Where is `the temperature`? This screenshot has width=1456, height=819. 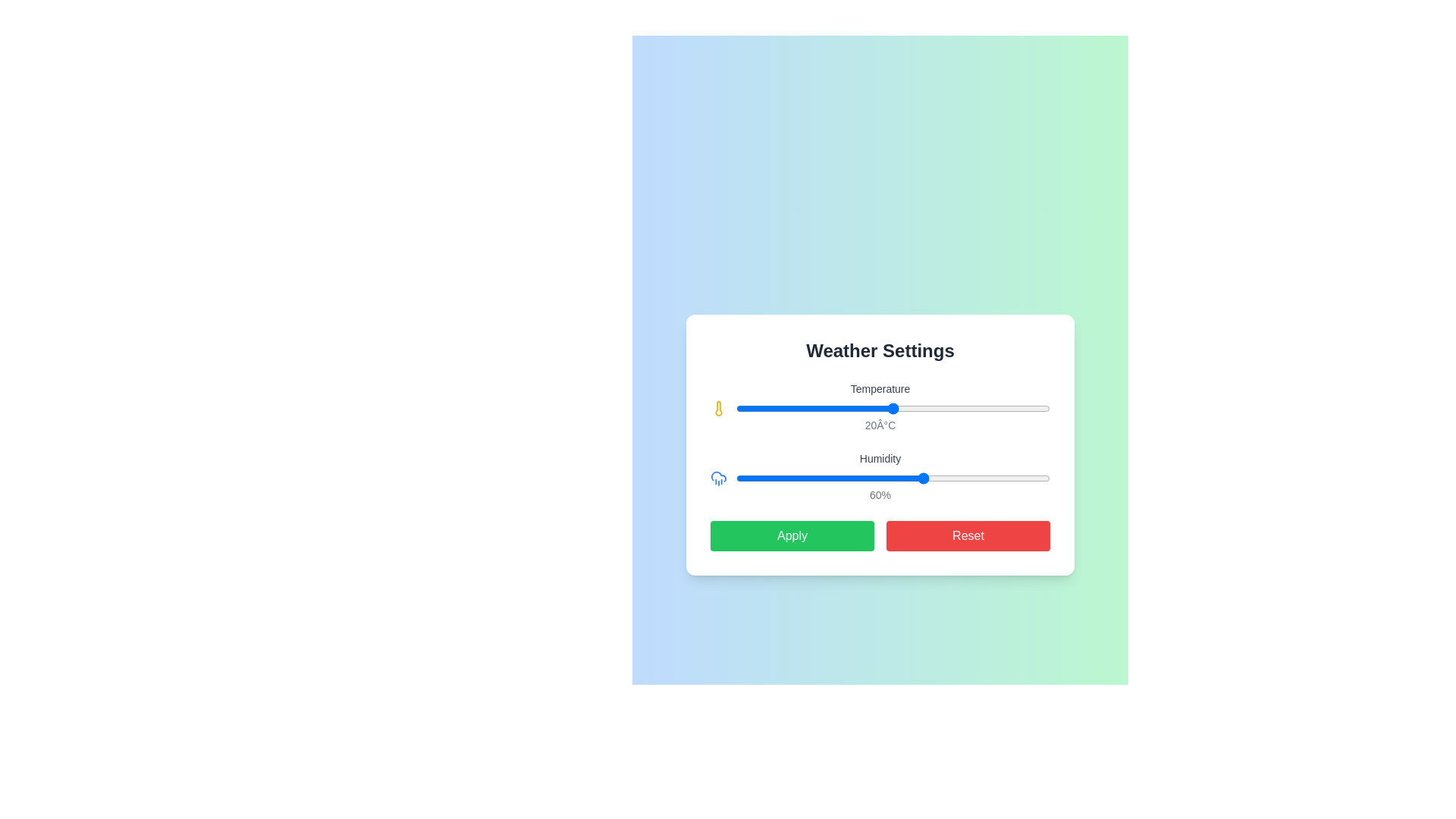 the temperature is located at coordinates (1026, 408).